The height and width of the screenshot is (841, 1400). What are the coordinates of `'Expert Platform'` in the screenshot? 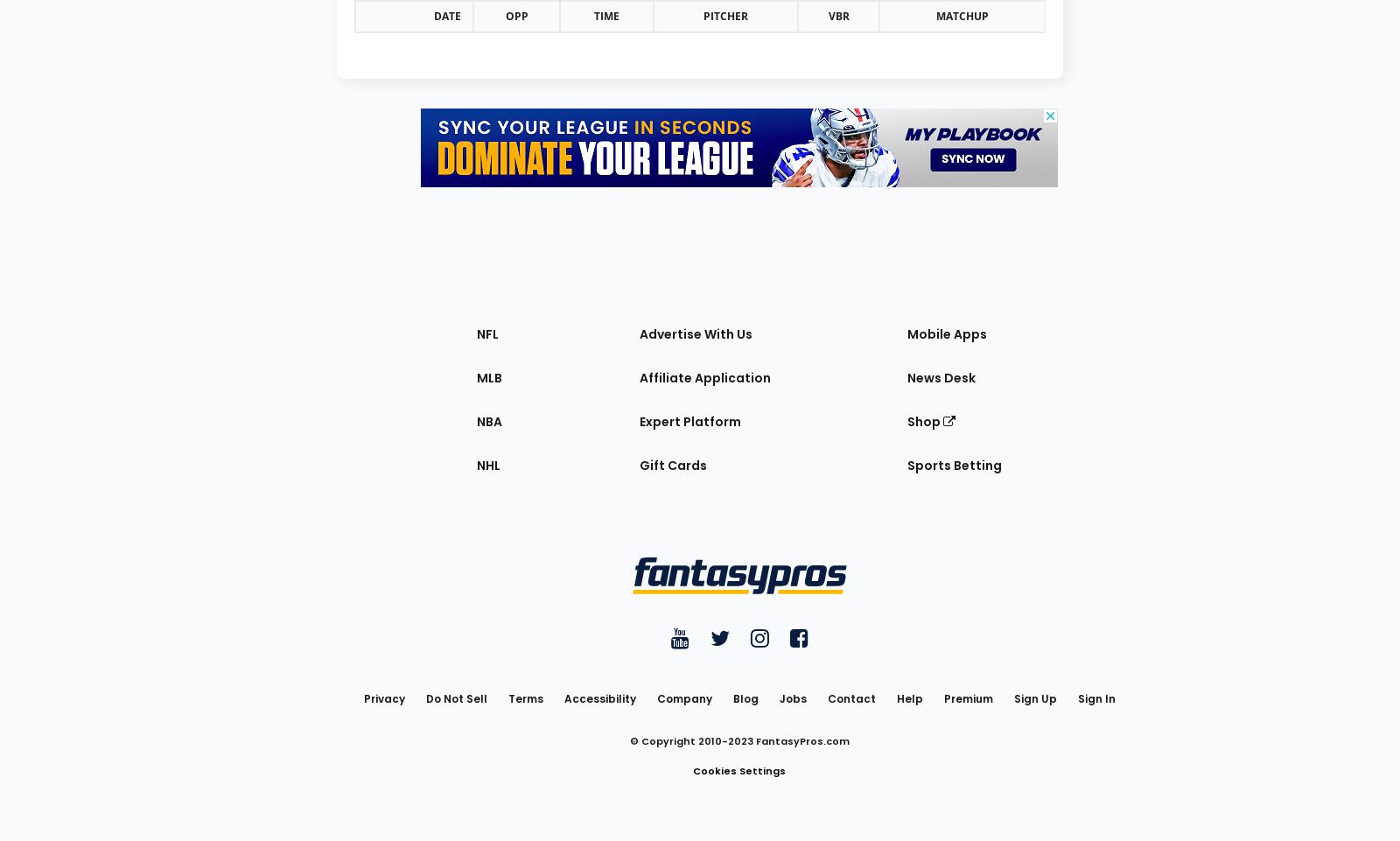 It's located at (638, 419).